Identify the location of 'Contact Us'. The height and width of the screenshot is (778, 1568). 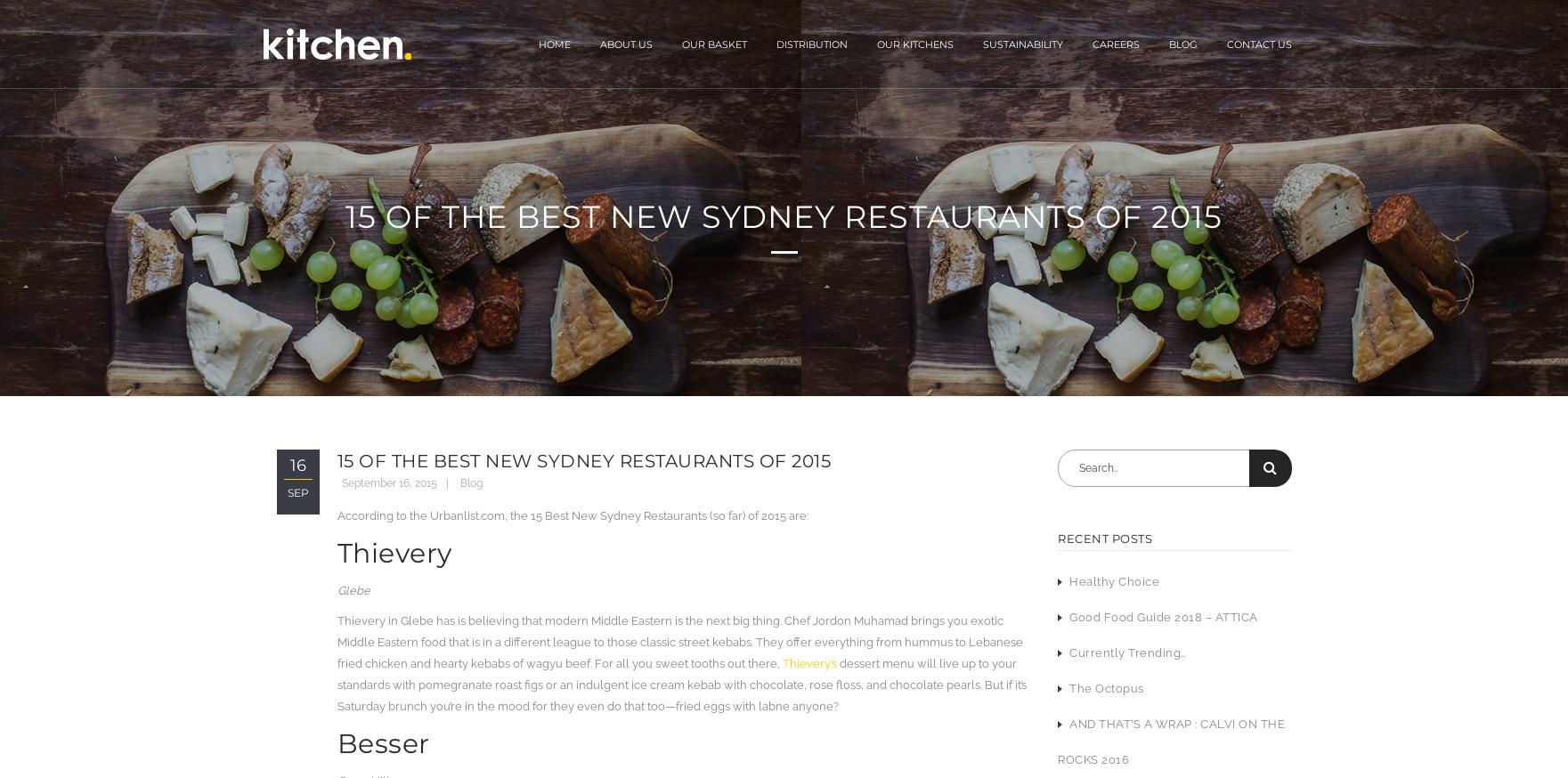
(1258, 43).